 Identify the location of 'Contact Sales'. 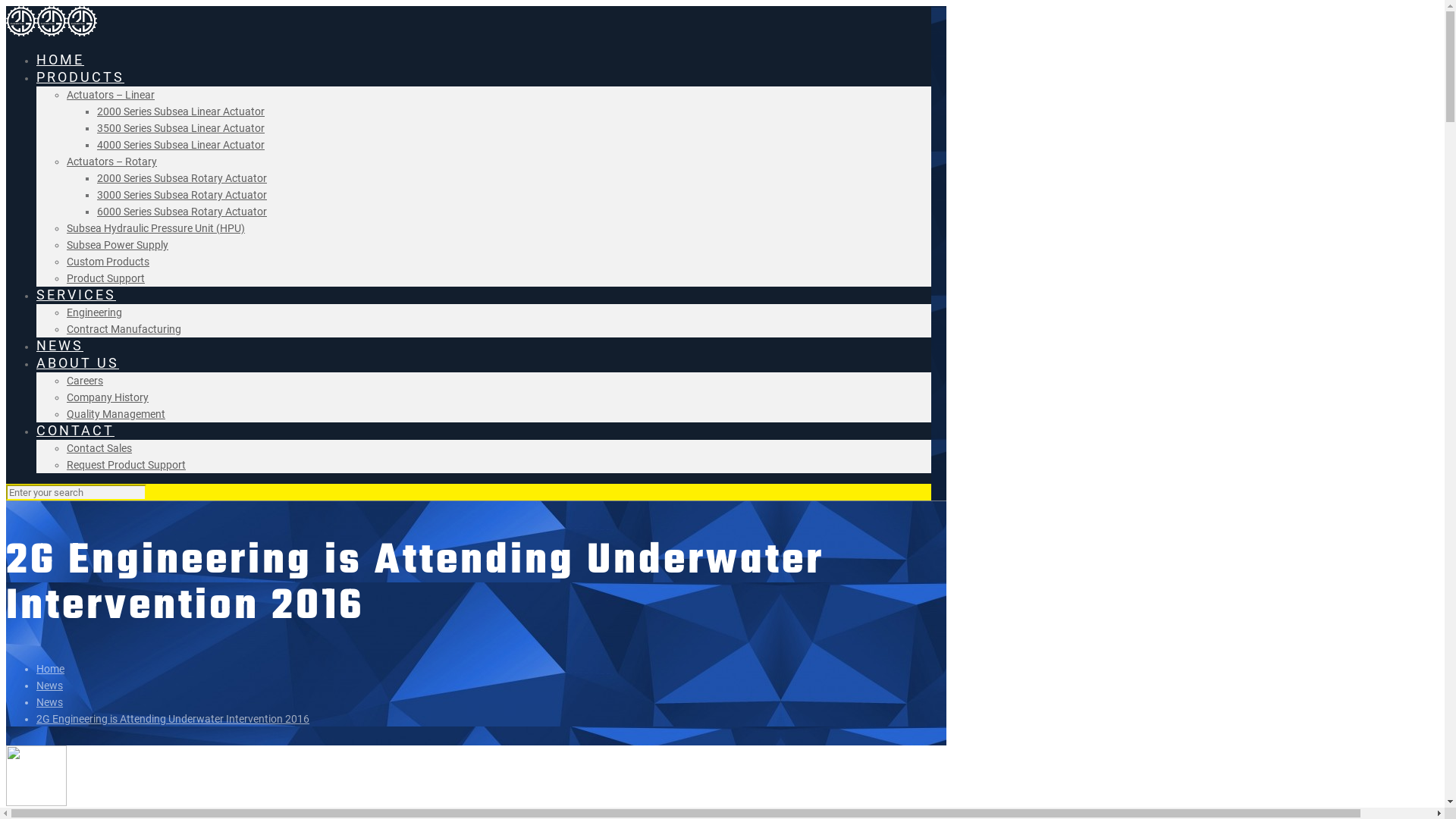
(98, 447).